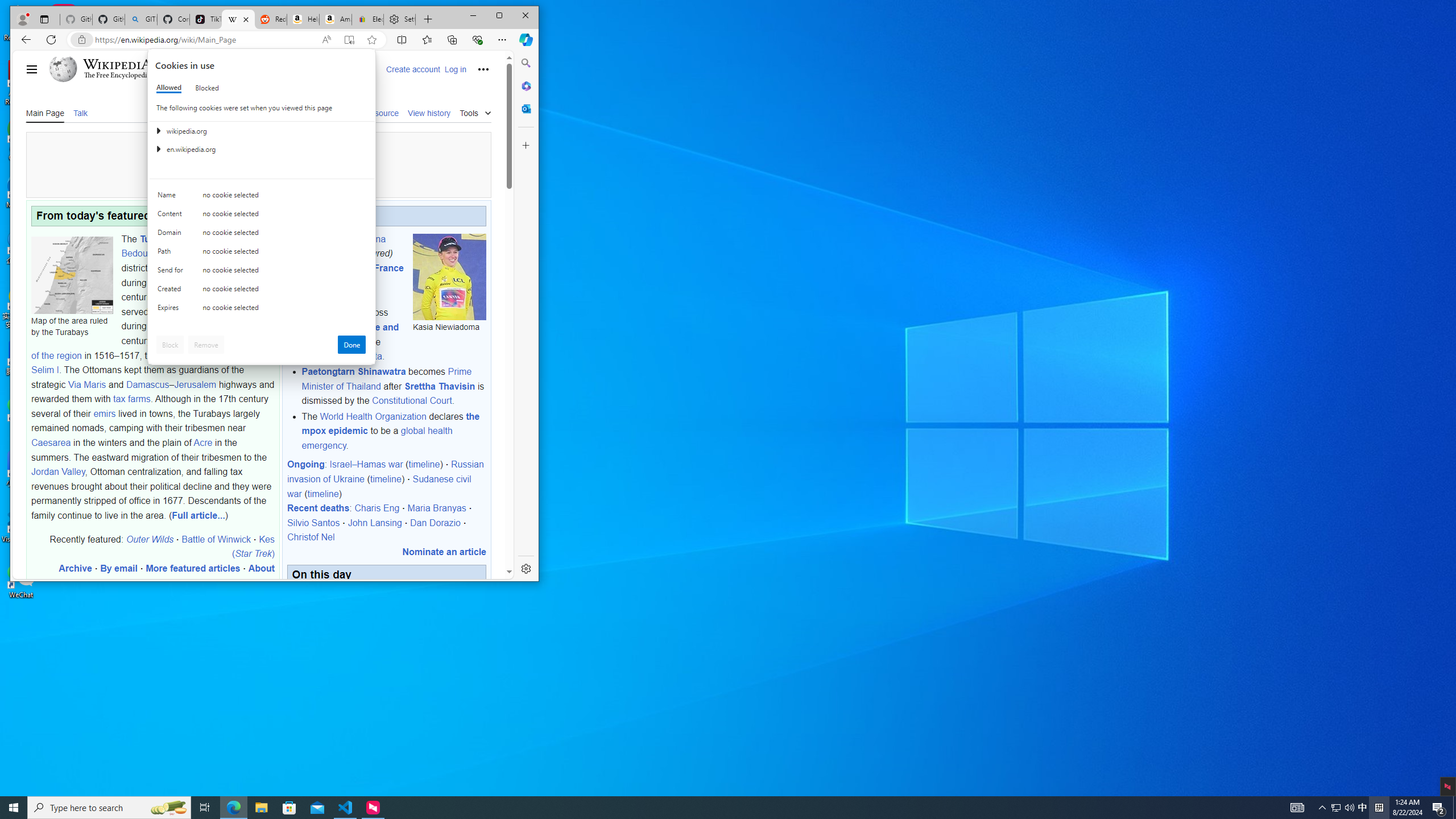 The height and width of the screenshot is (819, 1456). What do you see at coordinates (233, 806) in the screenshot?
I see `'Microsoft Edge - 1 running window'` at bounding box center [233, 806].